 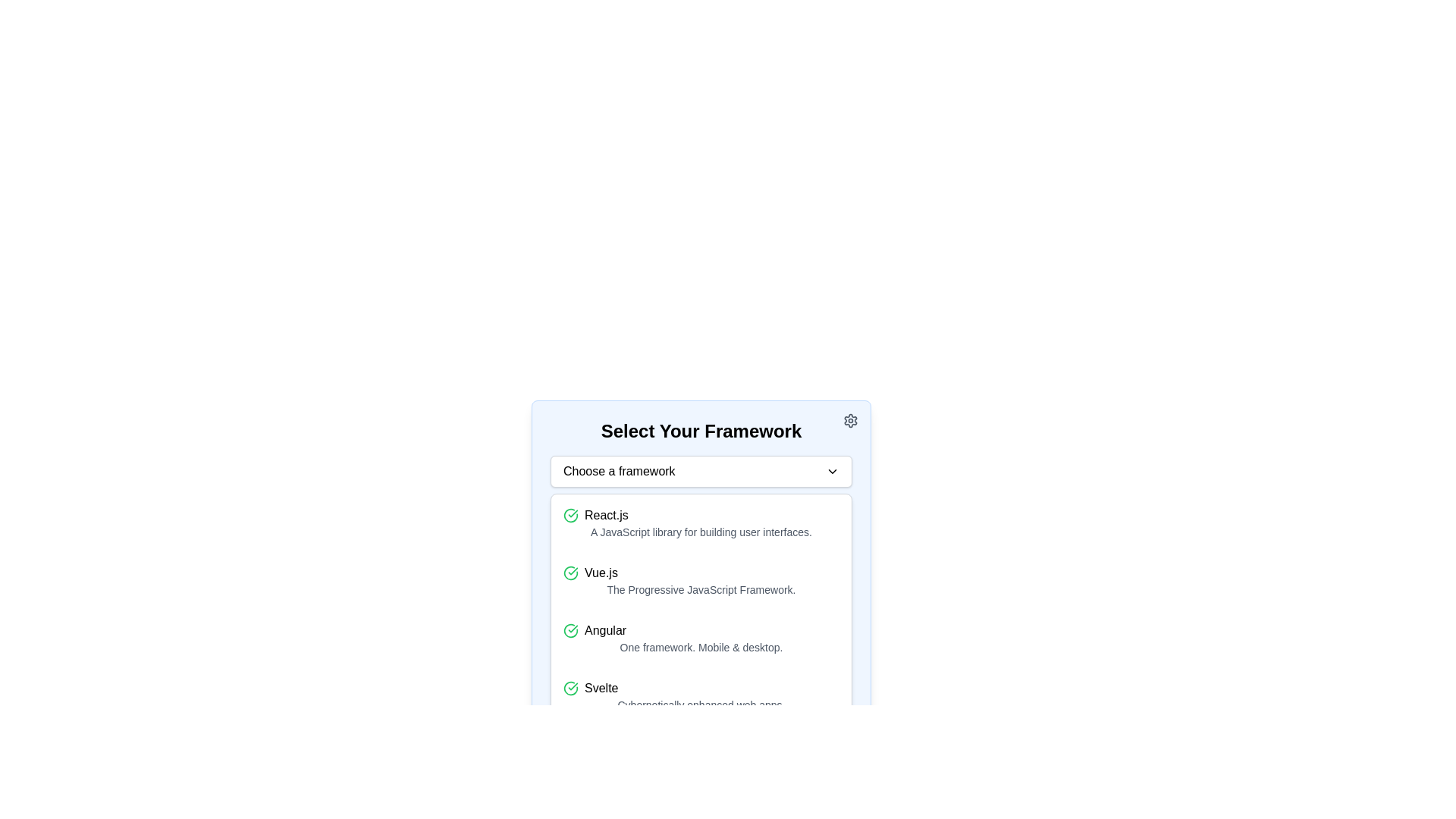 I want to click on the circular icon with a green checkmark inside, located to the left of the text 'Vue.js' in the framework selection list, so click(x=570, y=573).